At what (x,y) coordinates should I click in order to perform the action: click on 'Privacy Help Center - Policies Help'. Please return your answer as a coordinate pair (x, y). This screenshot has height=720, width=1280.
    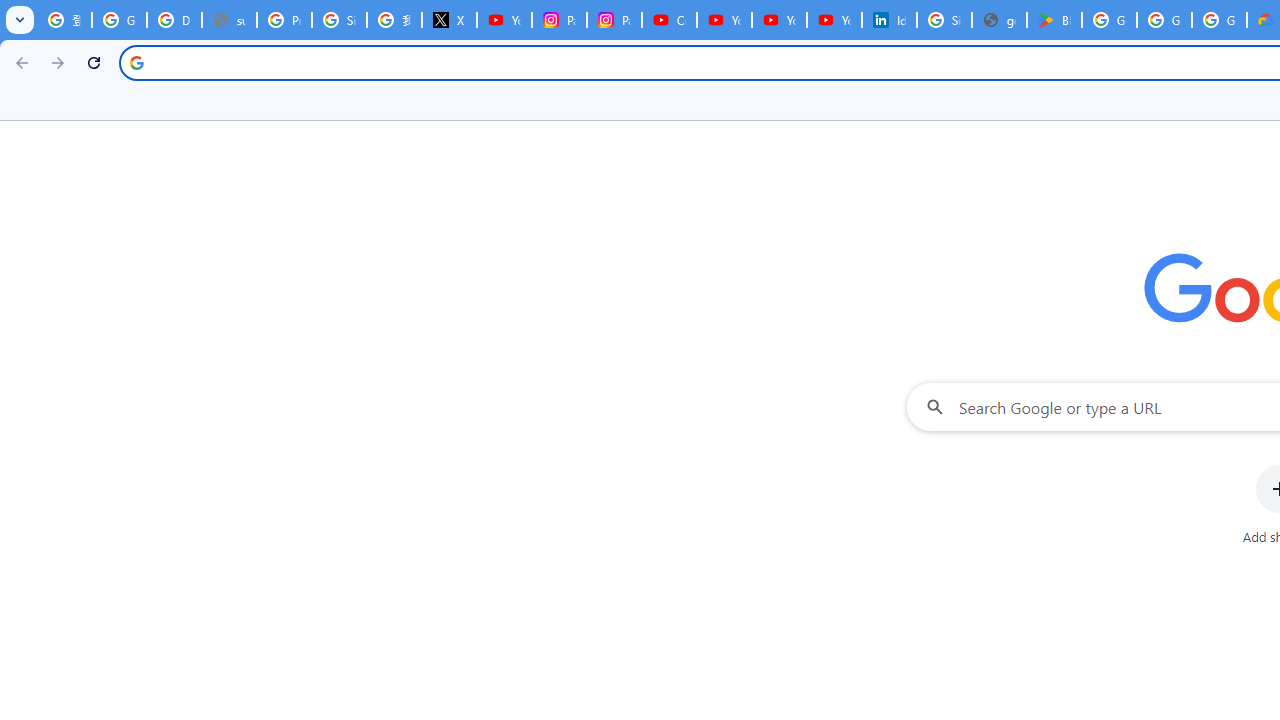
    Looking at the image, I should click on (283, 20).